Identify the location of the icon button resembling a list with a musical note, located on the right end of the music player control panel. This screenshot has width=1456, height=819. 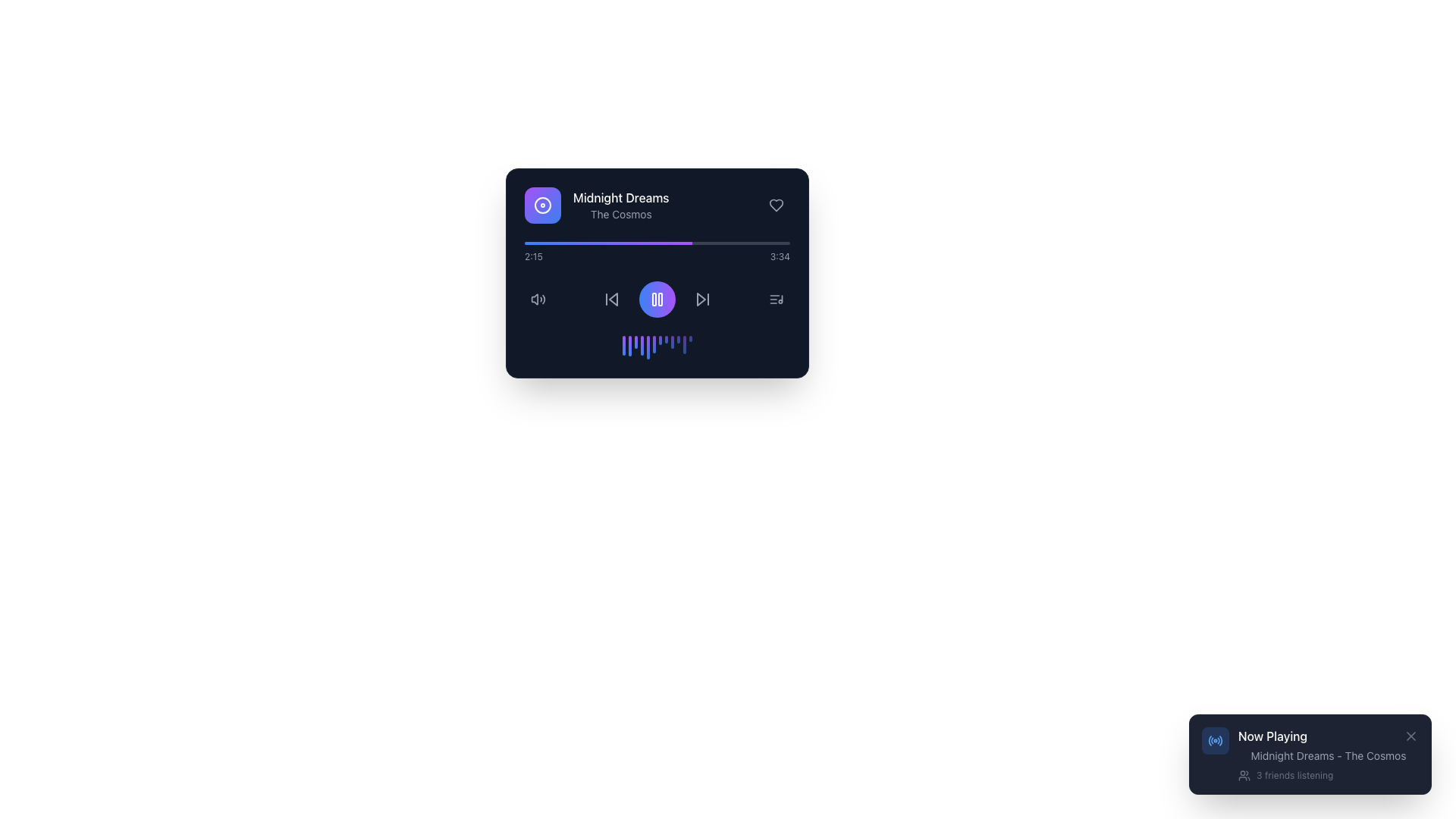
(776, 299).